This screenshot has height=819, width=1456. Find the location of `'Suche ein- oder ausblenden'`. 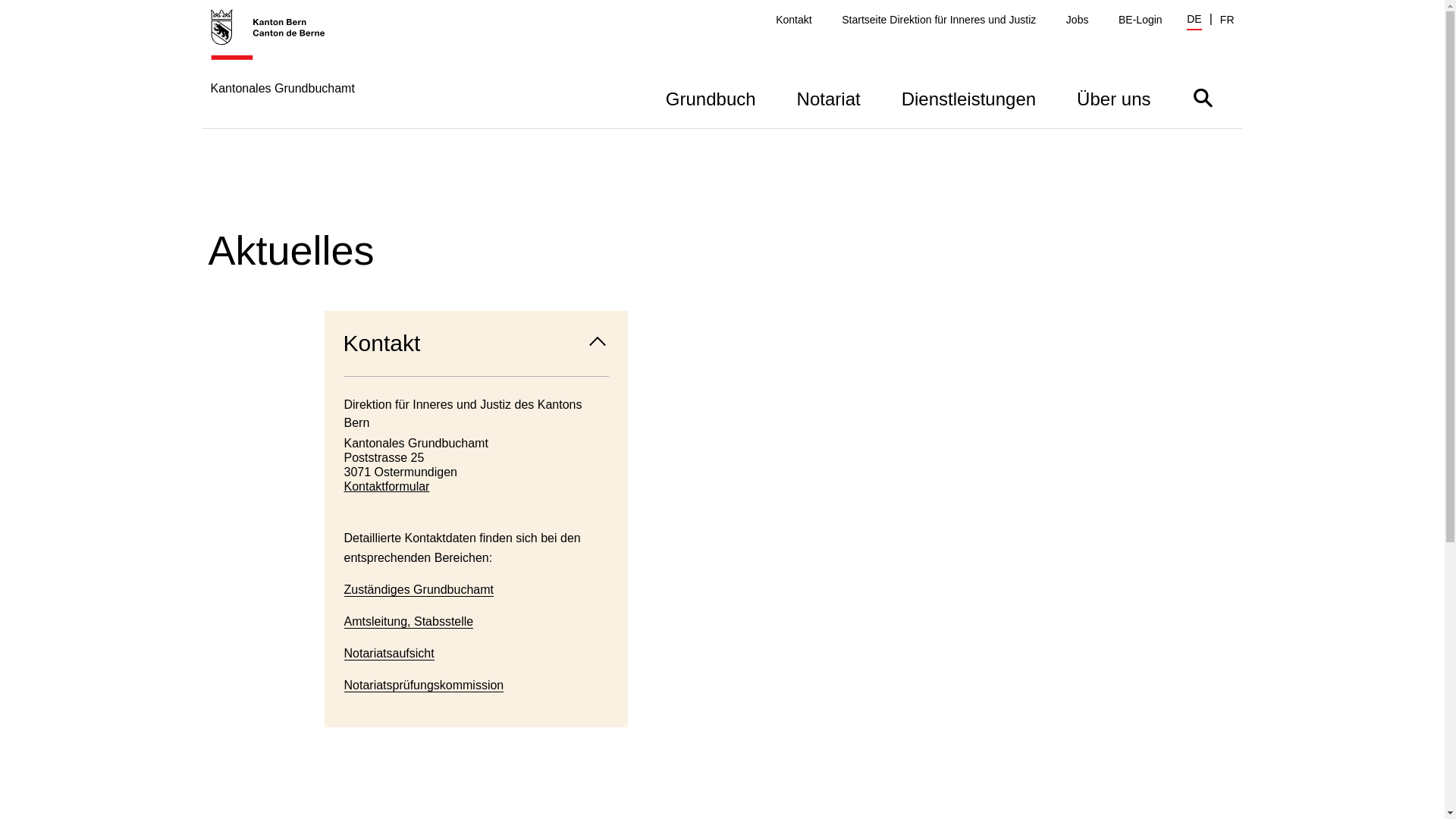

'Suche ein- oder ausblenden' is located at coordinates (1201, 97).